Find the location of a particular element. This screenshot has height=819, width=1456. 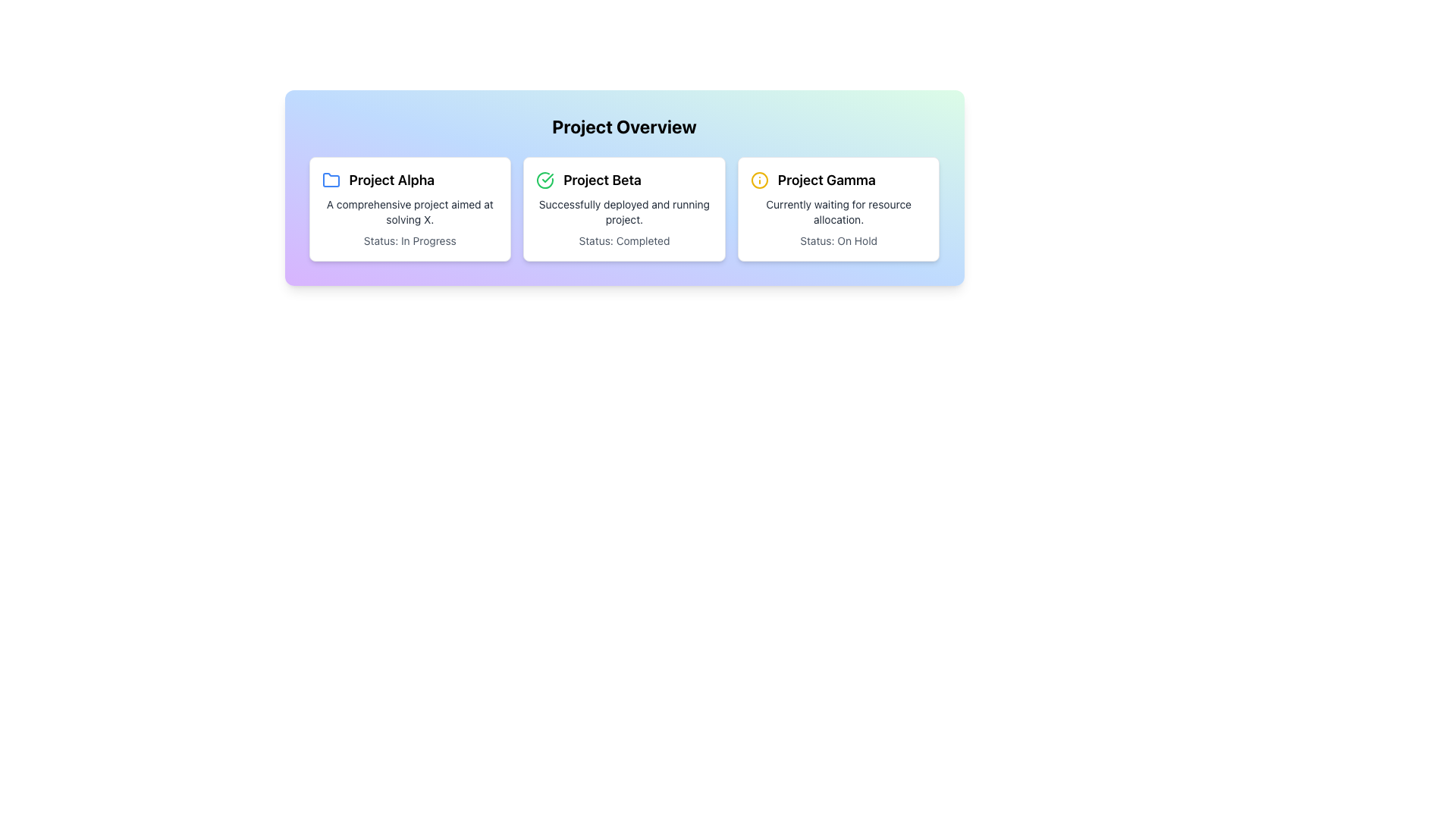

text label displaying 'Project Alpha' which is styled with a bold font and is positioned within the project details card is located at coordinates (391, 180).